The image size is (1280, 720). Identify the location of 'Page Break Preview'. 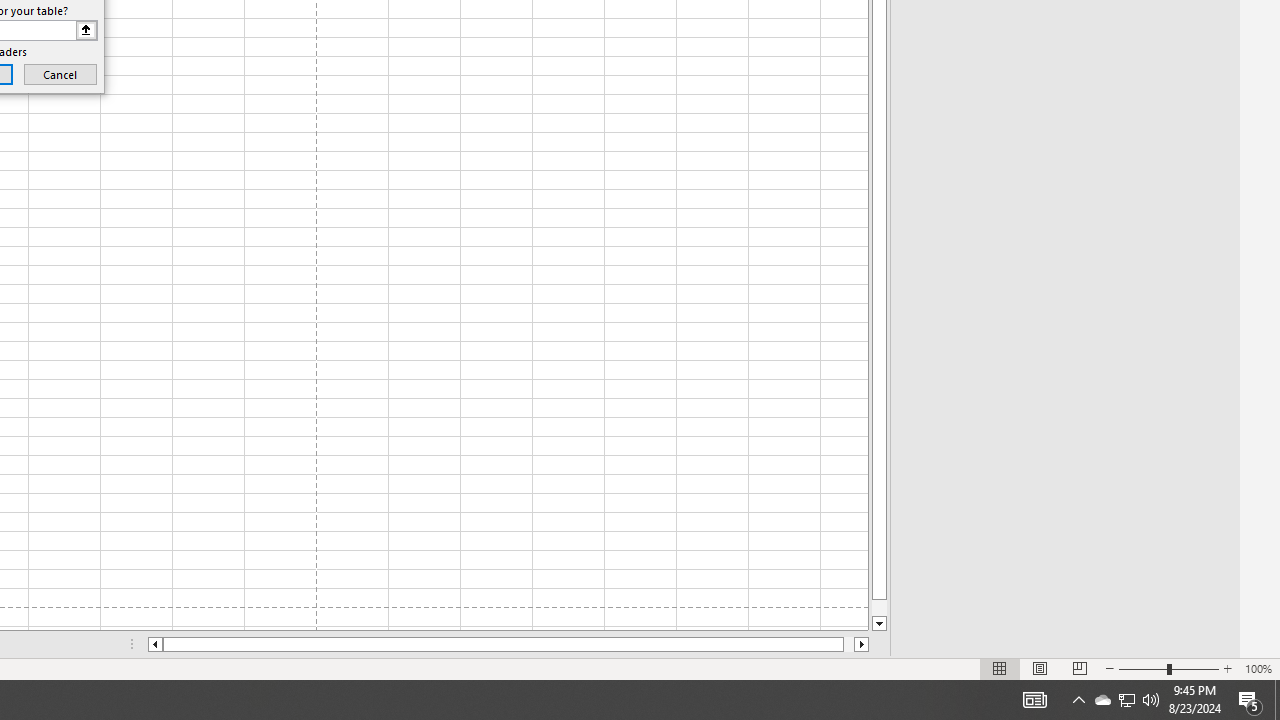
(1078, 669).